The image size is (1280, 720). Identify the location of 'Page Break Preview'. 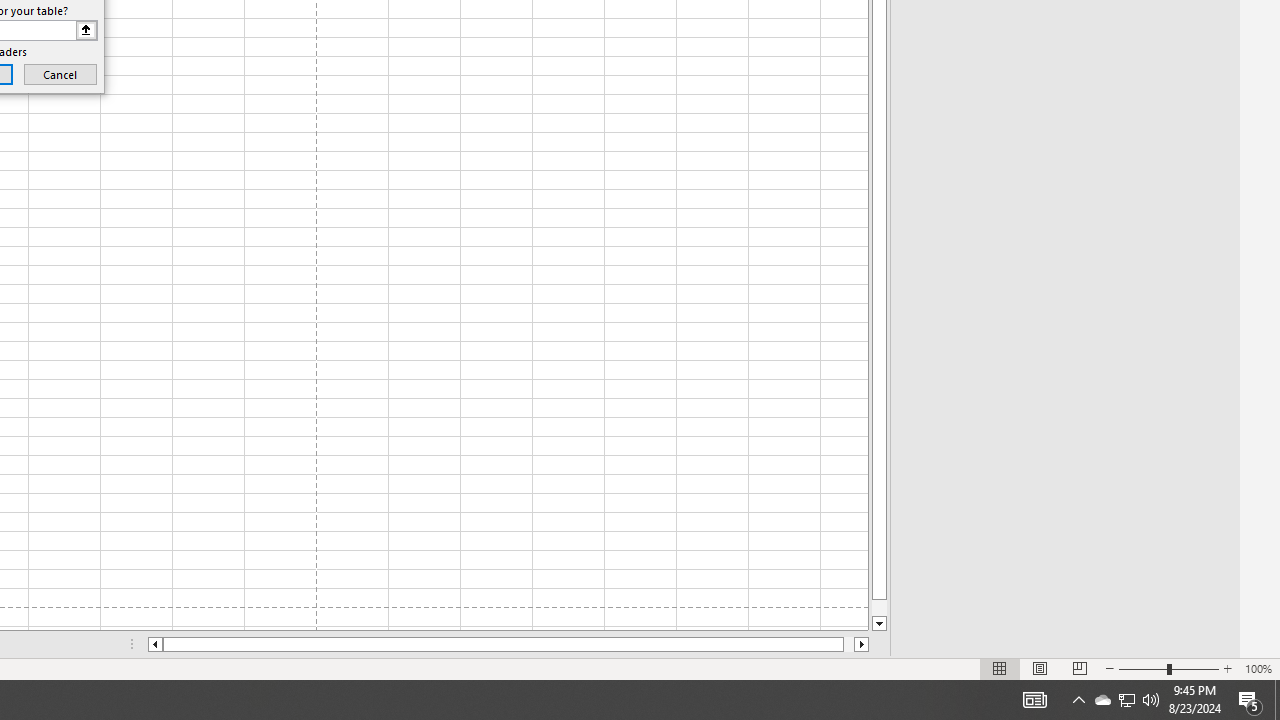
(1078, 669).